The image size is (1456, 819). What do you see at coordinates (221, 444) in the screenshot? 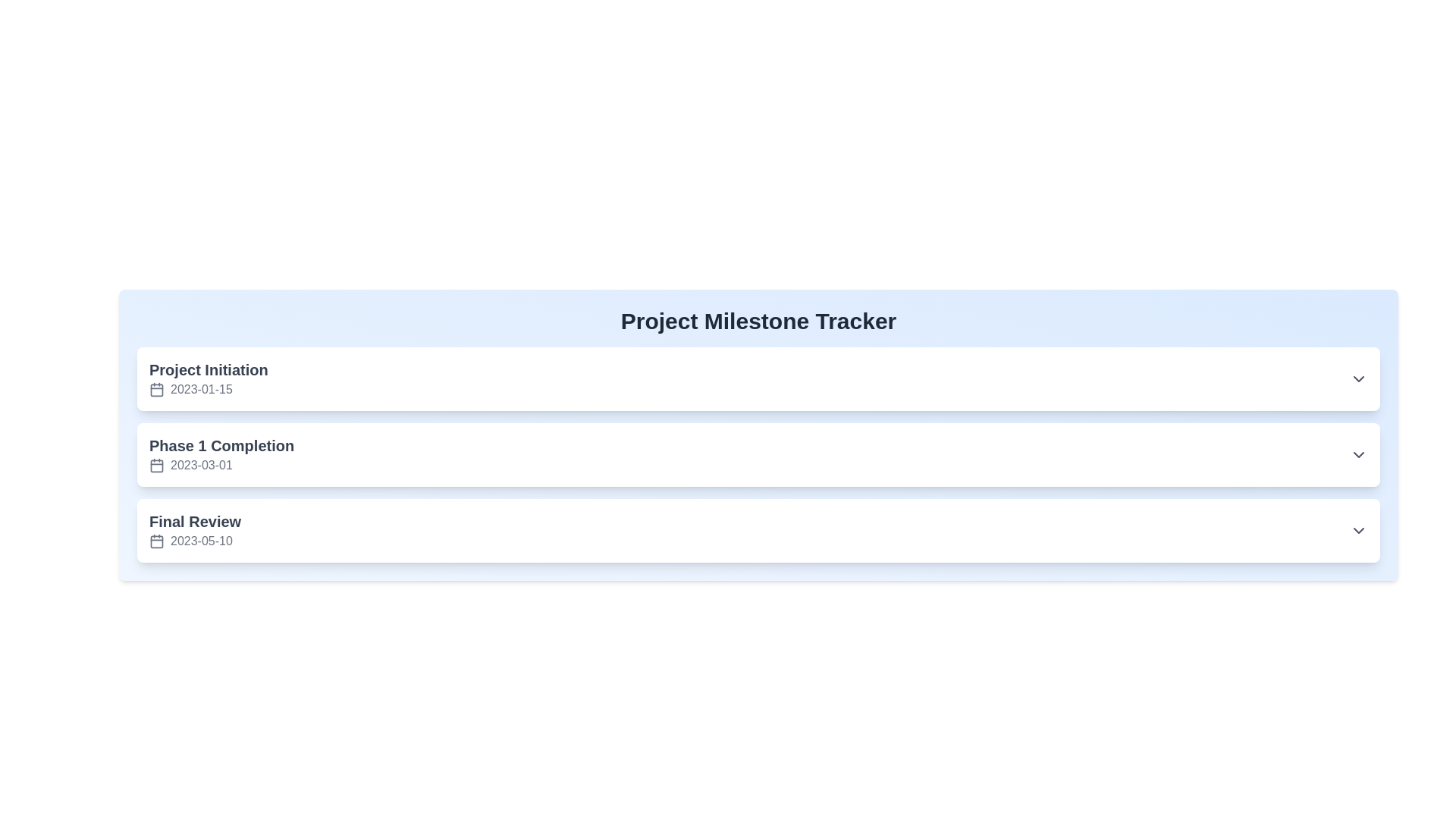
I see `the text label for the milestone 'Phase 1 Completion', which is located on the left side of the interface above the date '2023-03-01'` at bounding box center [221, 444].